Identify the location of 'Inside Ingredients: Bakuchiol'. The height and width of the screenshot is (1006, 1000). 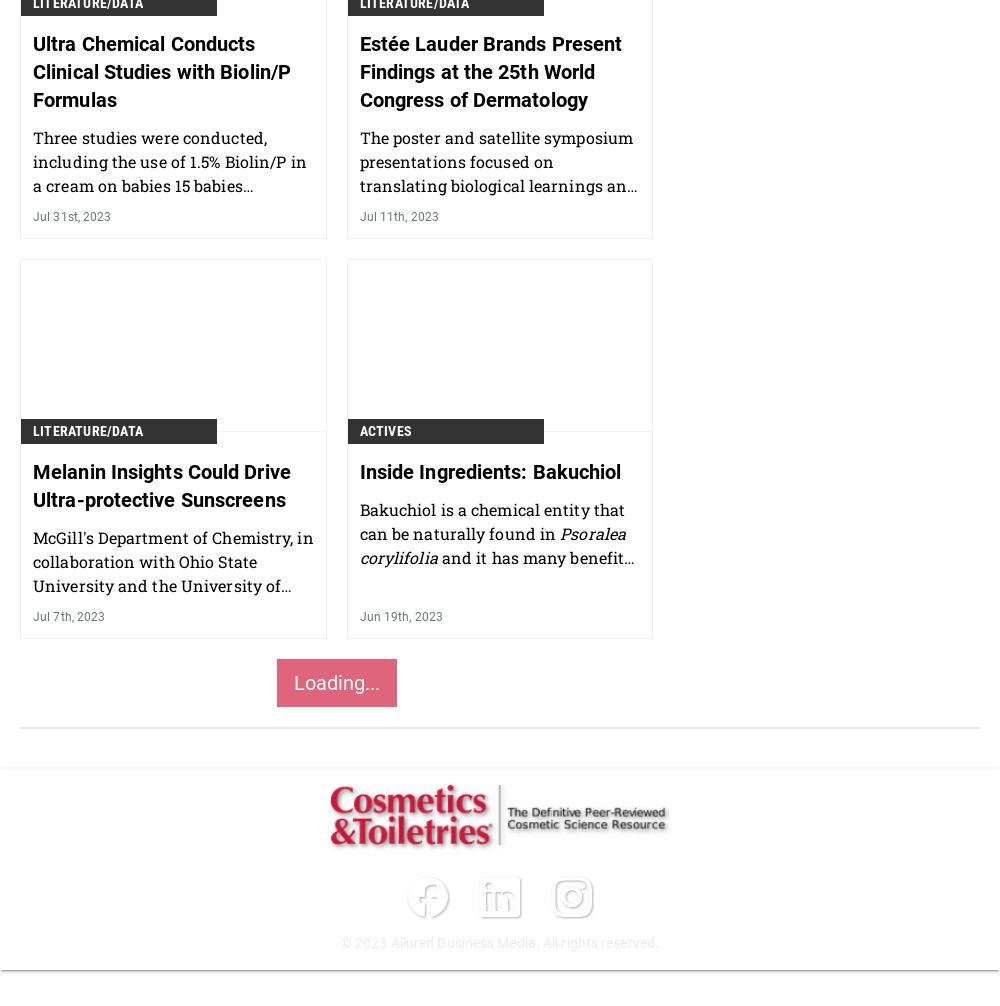
(489, 470).